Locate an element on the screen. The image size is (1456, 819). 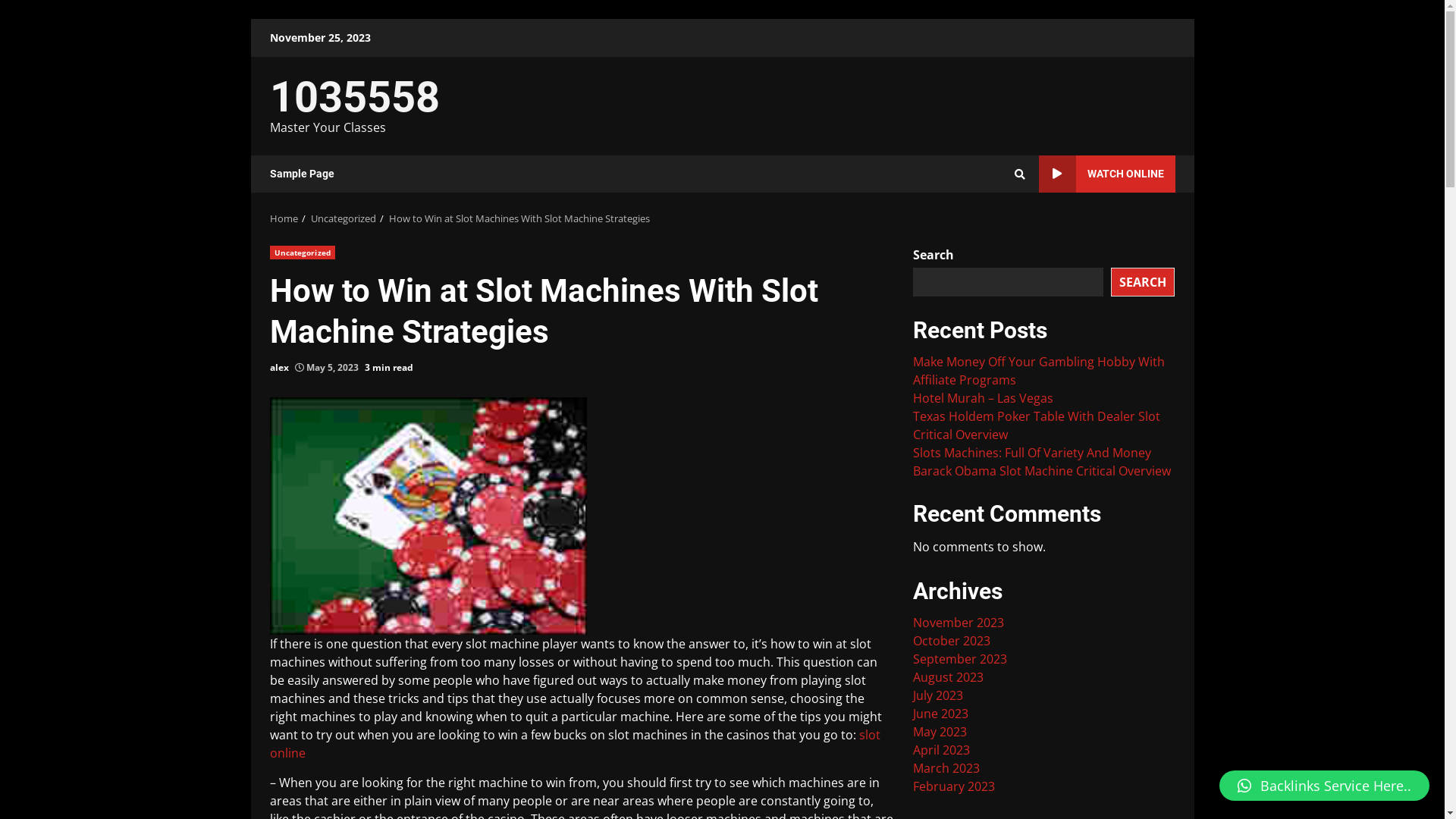
'Backlinks Service Here..' is located at coordinates (1323, 785).